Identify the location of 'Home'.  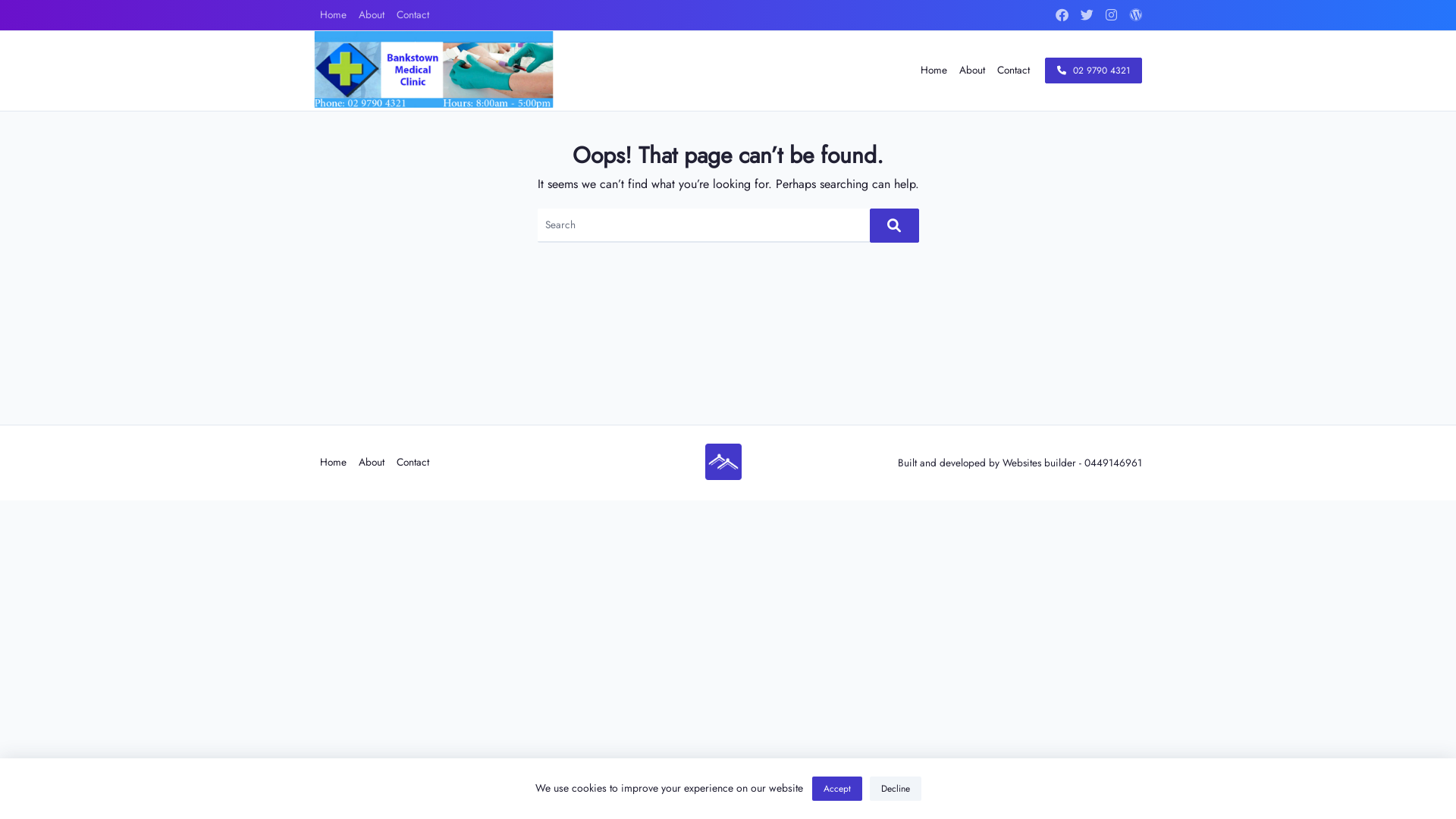
(332, 14).